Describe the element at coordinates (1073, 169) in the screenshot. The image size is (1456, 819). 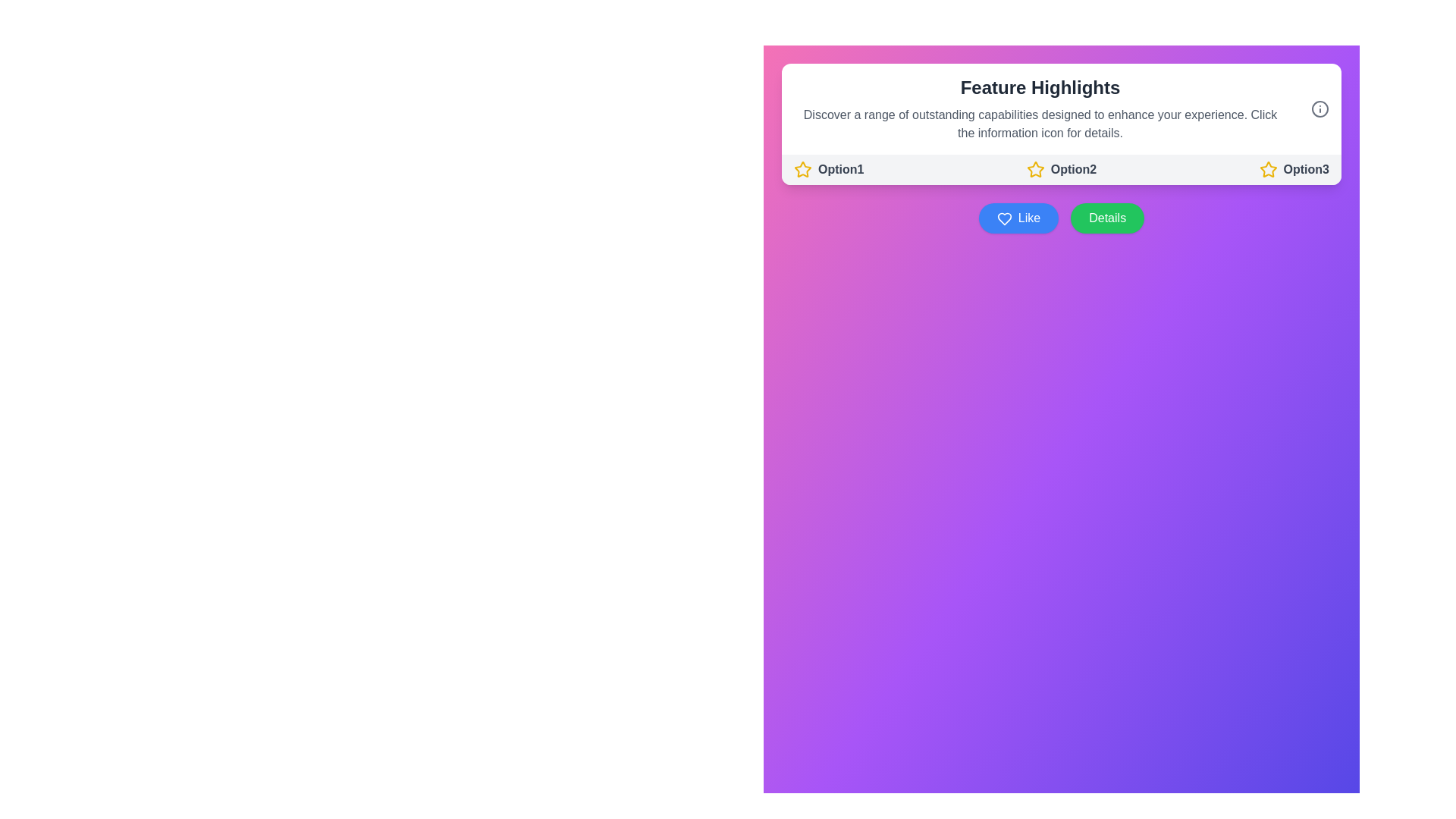
I see `the text component displaying 'Option2', which is bold and dark gray, located to the right of a yellow star icon in the 'Feature Highlights' section` at that location.